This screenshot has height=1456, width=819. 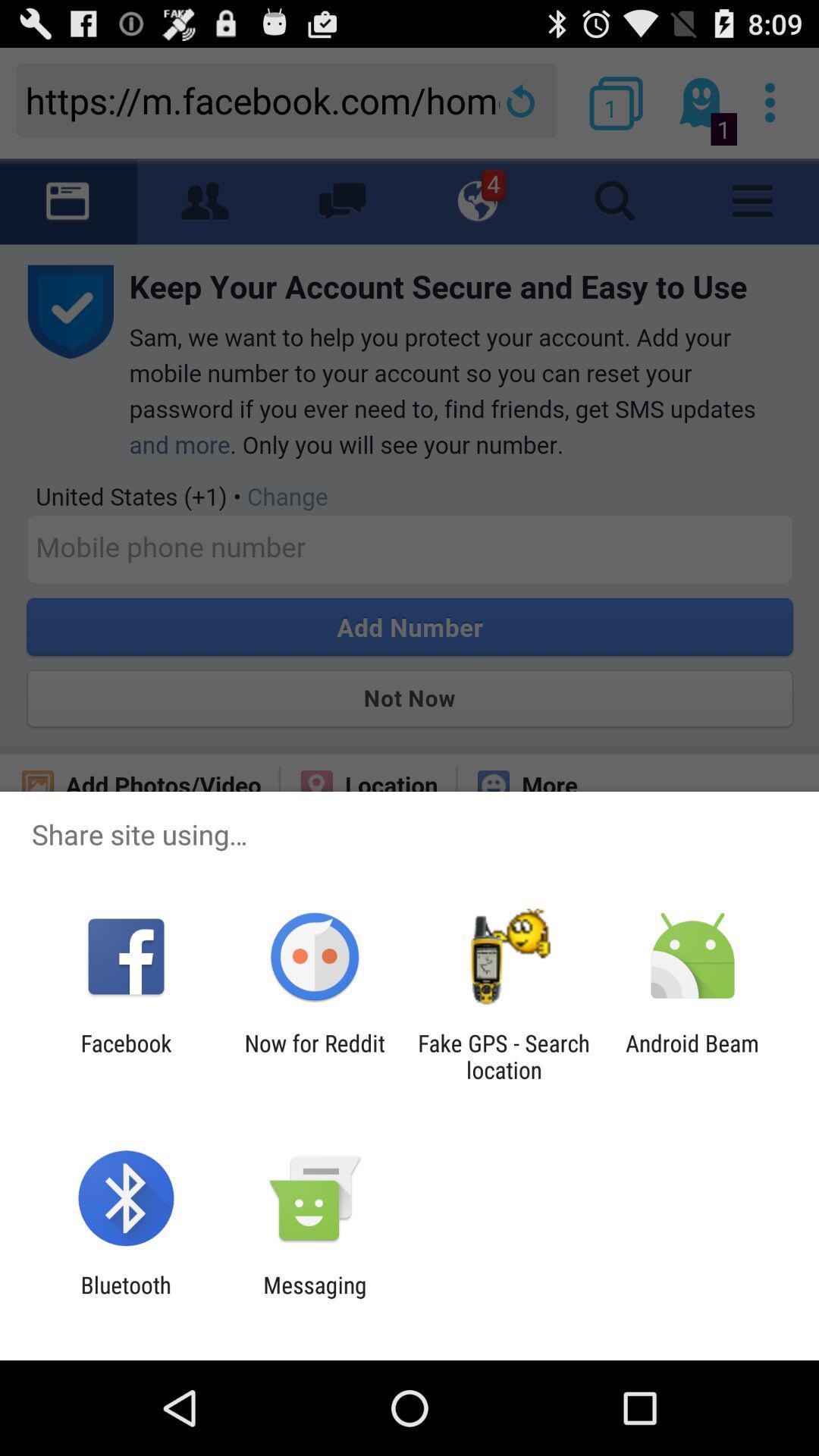 What do you see at coordinates (692, 1056) in the screenshot?
I see `the android beam icon` at bounding box center [692, 1056].